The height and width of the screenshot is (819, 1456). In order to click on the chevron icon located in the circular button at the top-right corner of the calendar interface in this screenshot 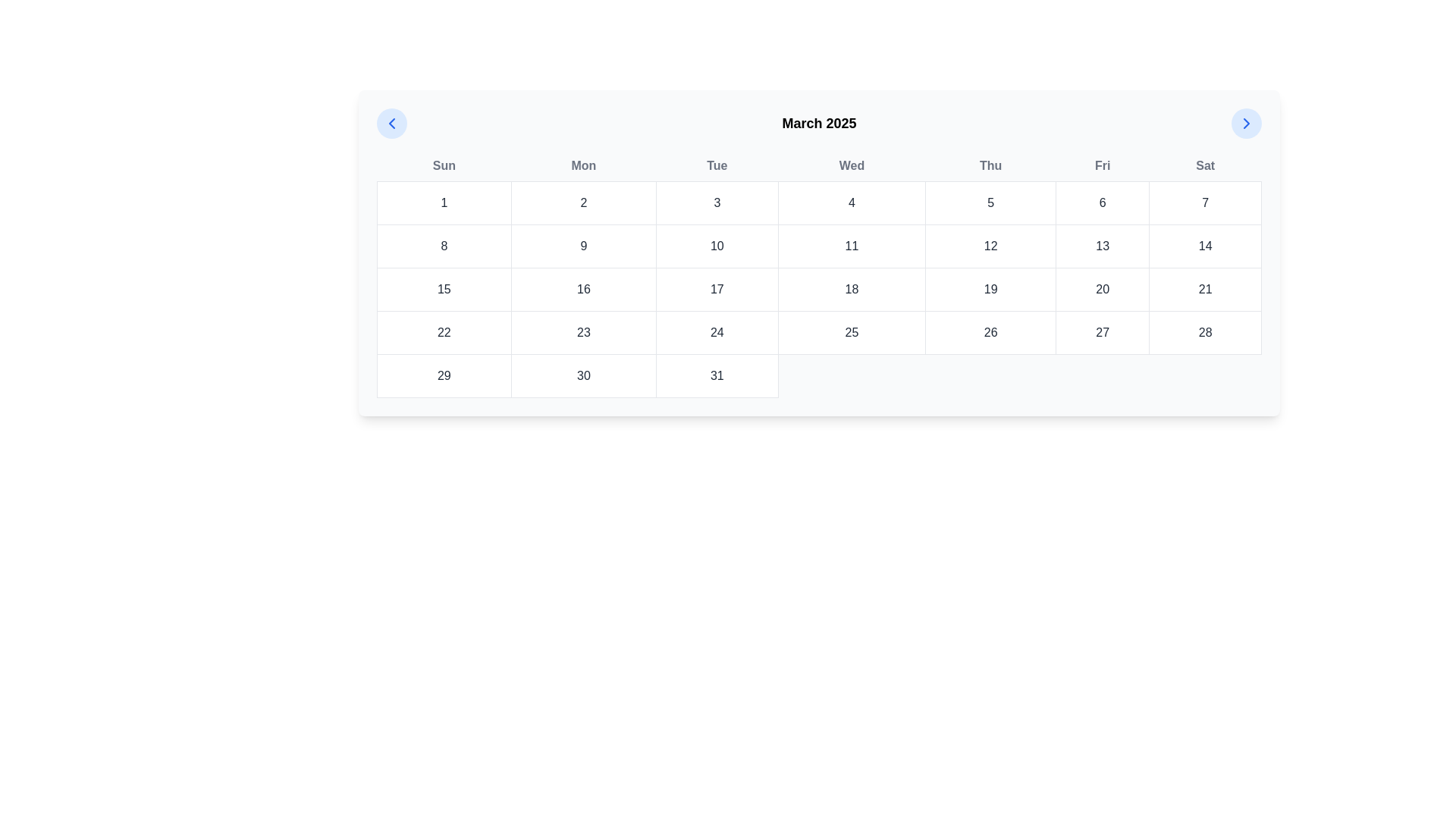, I will do `click(1246, 122)`.